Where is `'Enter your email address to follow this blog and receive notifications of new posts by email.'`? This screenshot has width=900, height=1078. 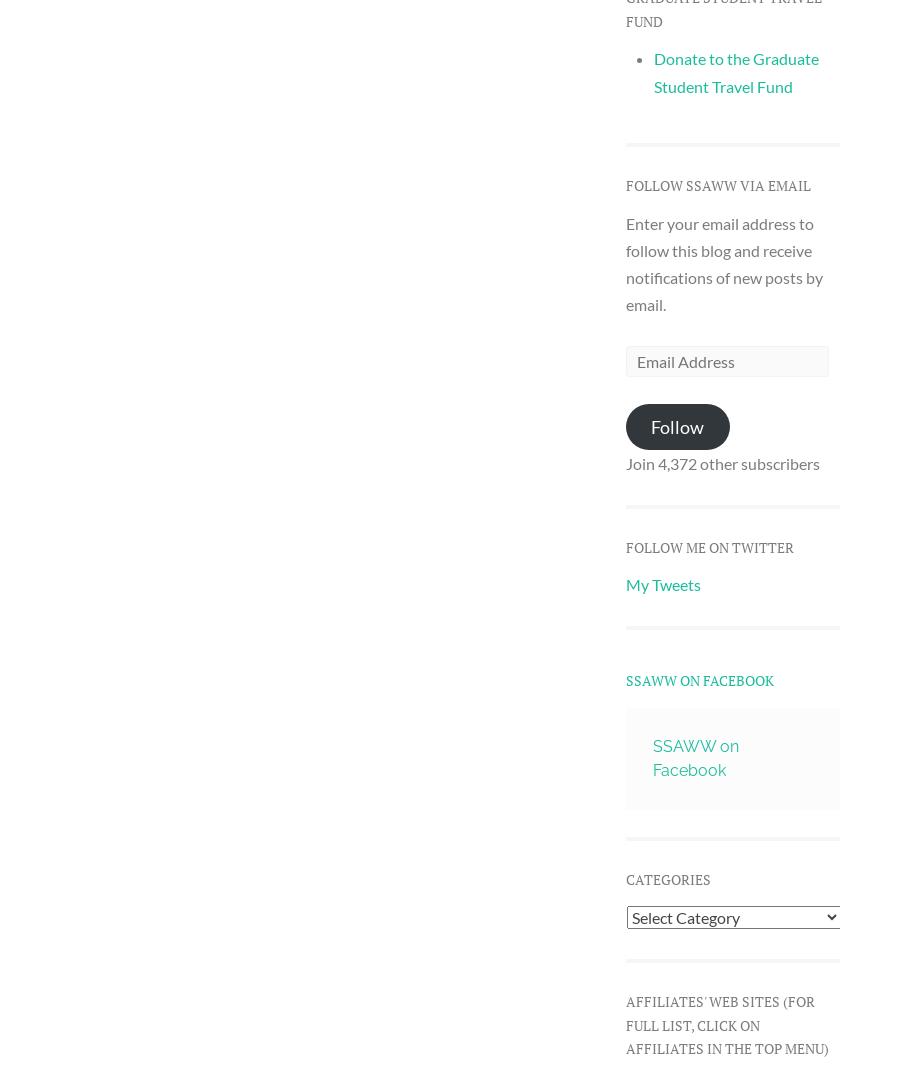
'Enter your email address to follow this blog and receive notifications of new posts by email.' is located at coordinates (722, 262).